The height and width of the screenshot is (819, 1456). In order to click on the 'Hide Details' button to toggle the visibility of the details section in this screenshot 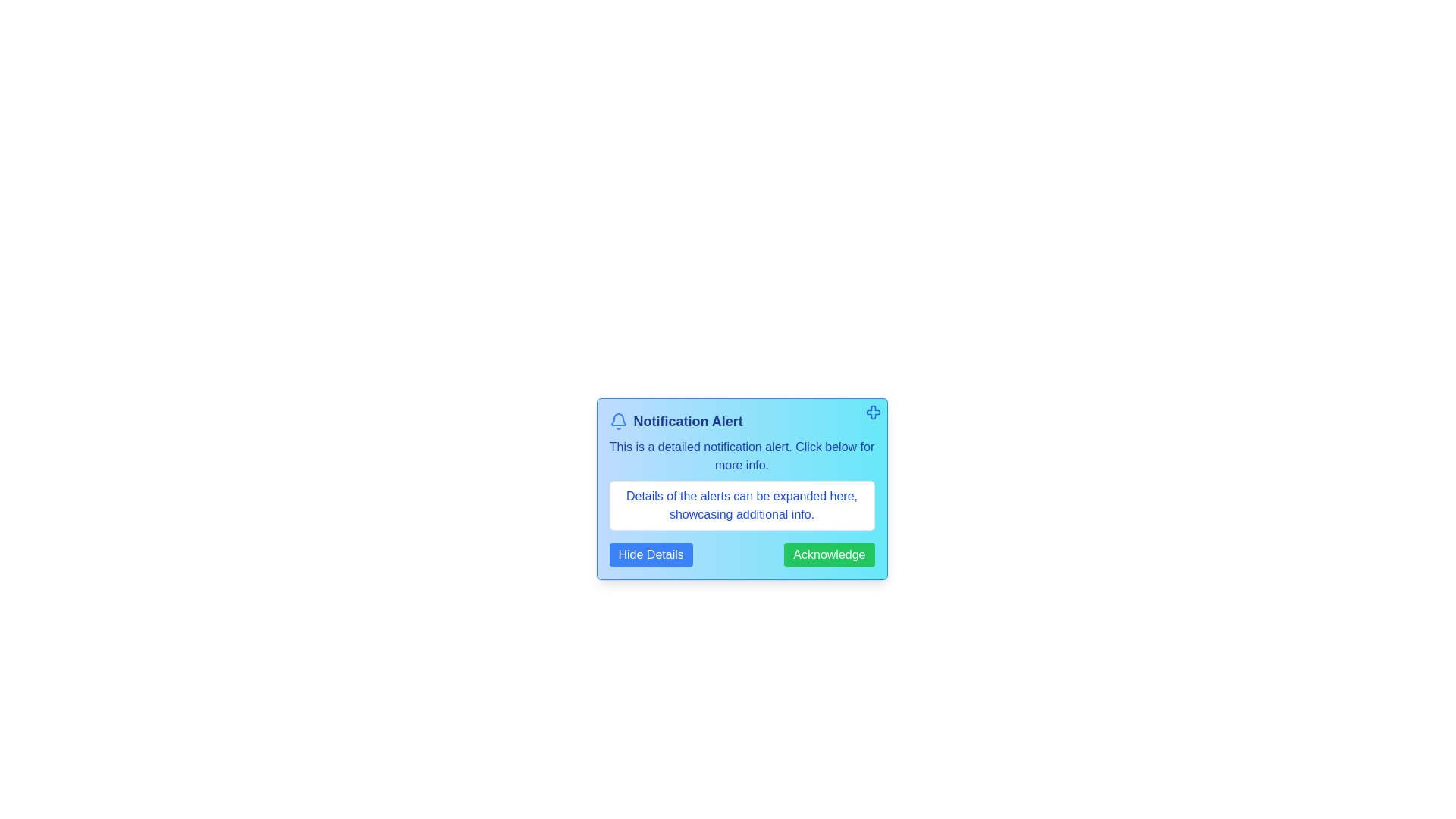, I will do `click(651, 555)`.